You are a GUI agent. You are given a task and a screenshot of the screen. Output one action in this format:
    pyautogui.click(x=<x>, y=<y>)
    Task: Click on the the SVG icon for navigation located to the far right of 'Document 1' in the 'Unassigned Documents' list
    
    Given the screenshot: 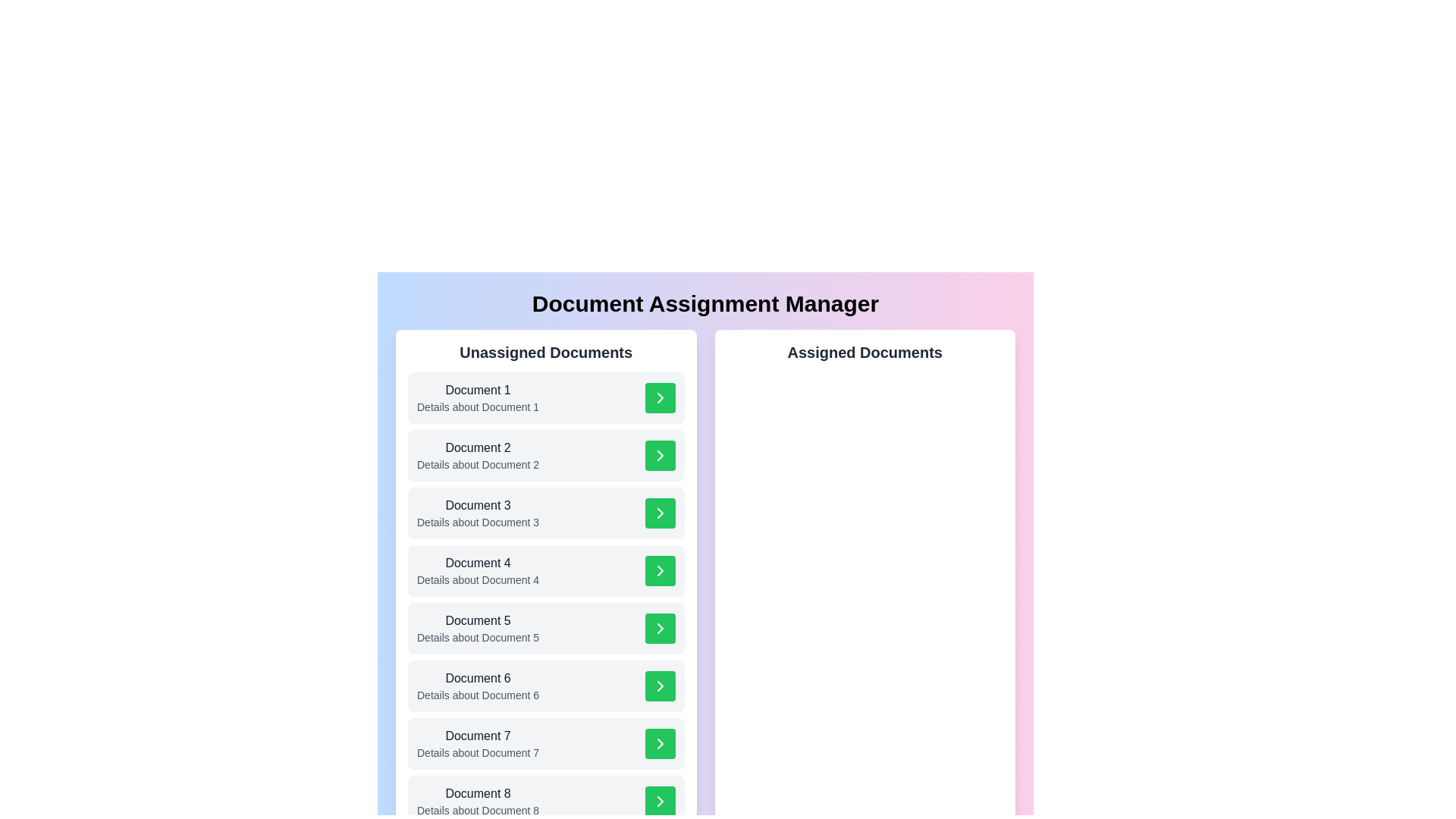 What is the action you would take?
    pyautogui.click(x=660, y=397)
    